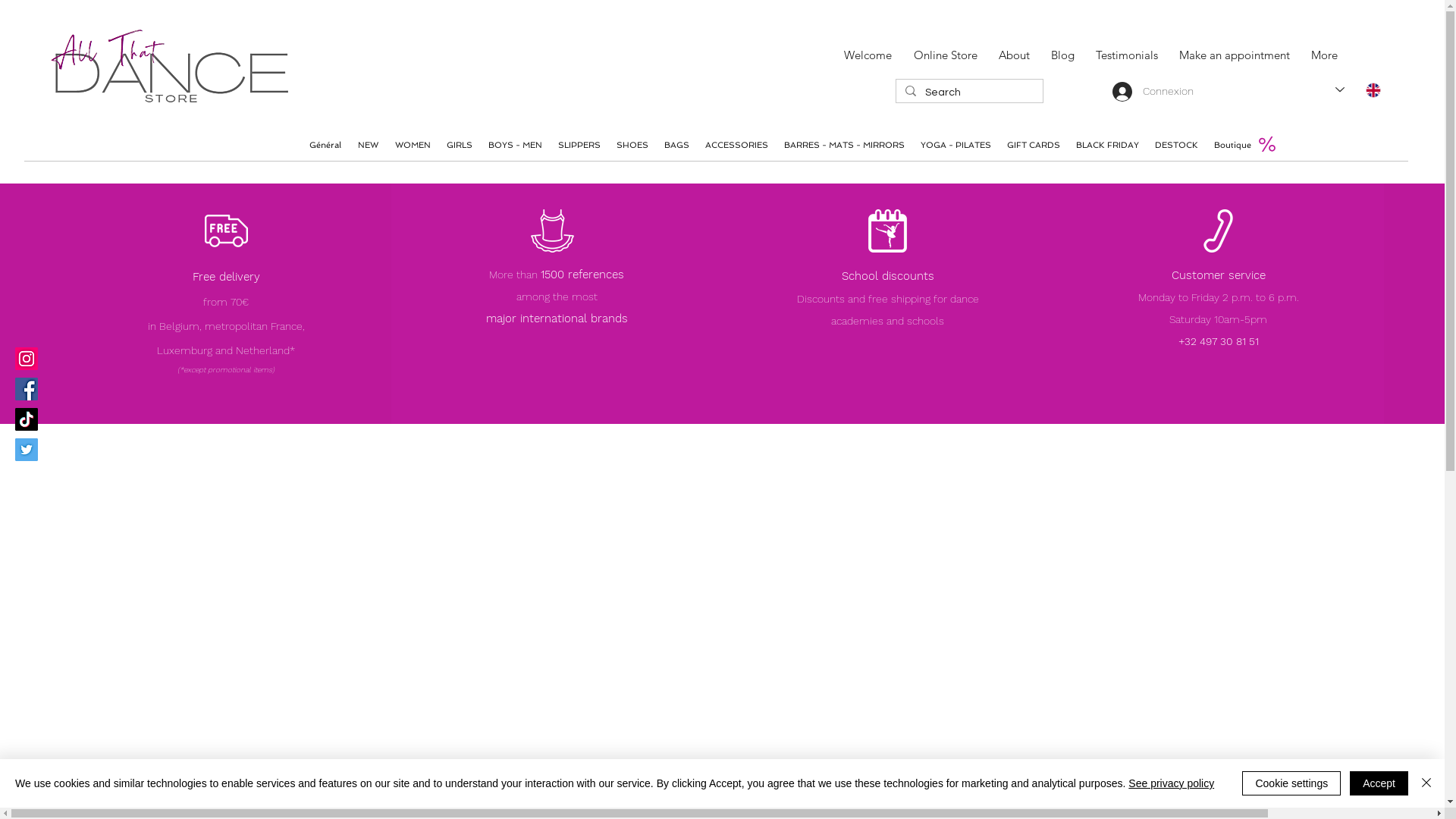 This screenshot has width=1456, height=819. What do you see at coordinates (1170, 783) in the screenshot?
I see `'See privacy policy'` at bounding box center [1170, 783].